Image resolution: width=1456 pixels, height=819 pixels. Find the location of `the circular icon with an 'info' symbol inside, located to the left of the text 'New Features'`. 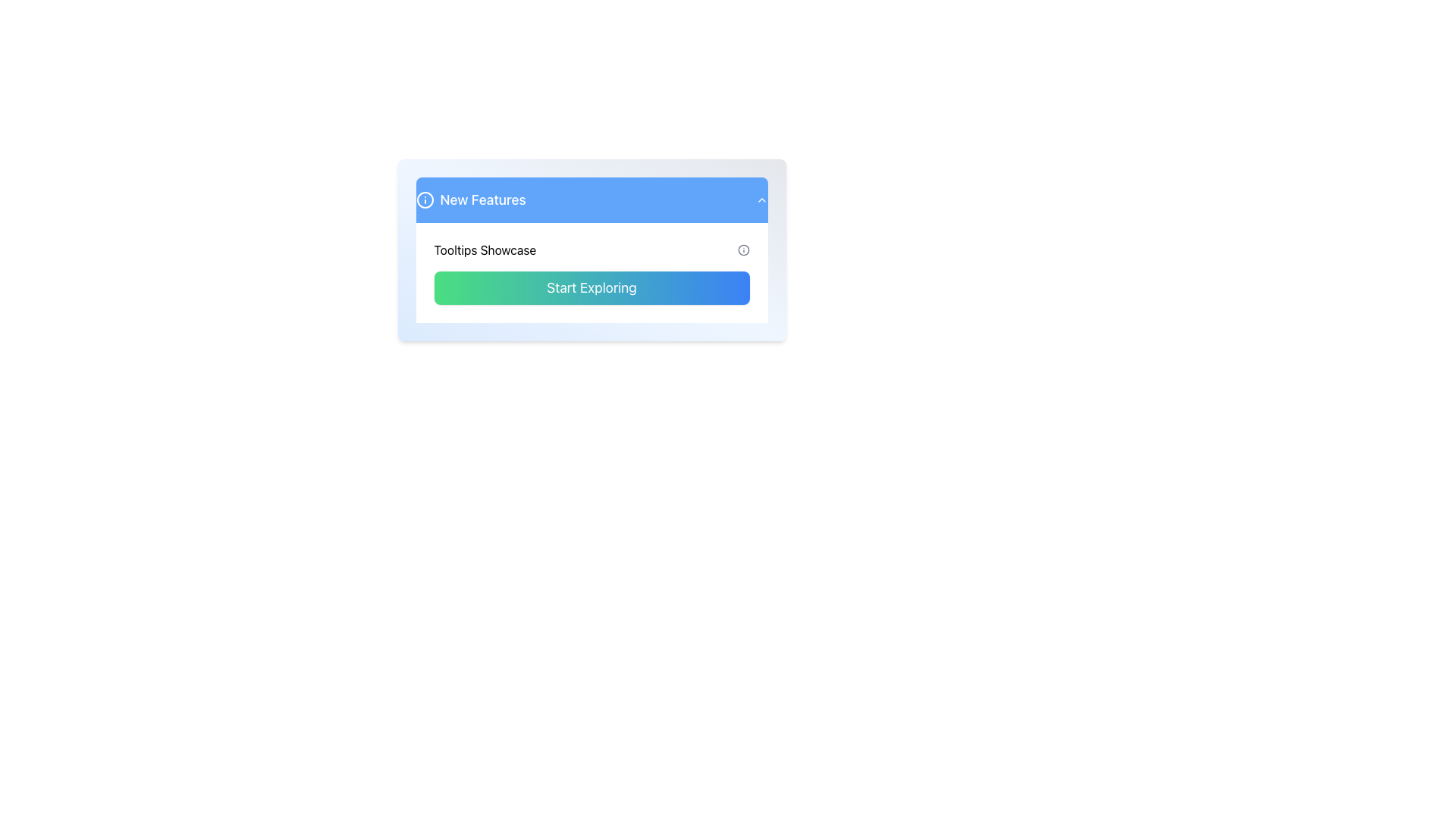

the circular icon with an 'info' symbol inside, located to the left of the text 'New Features' is located at coordinates (425, 199).